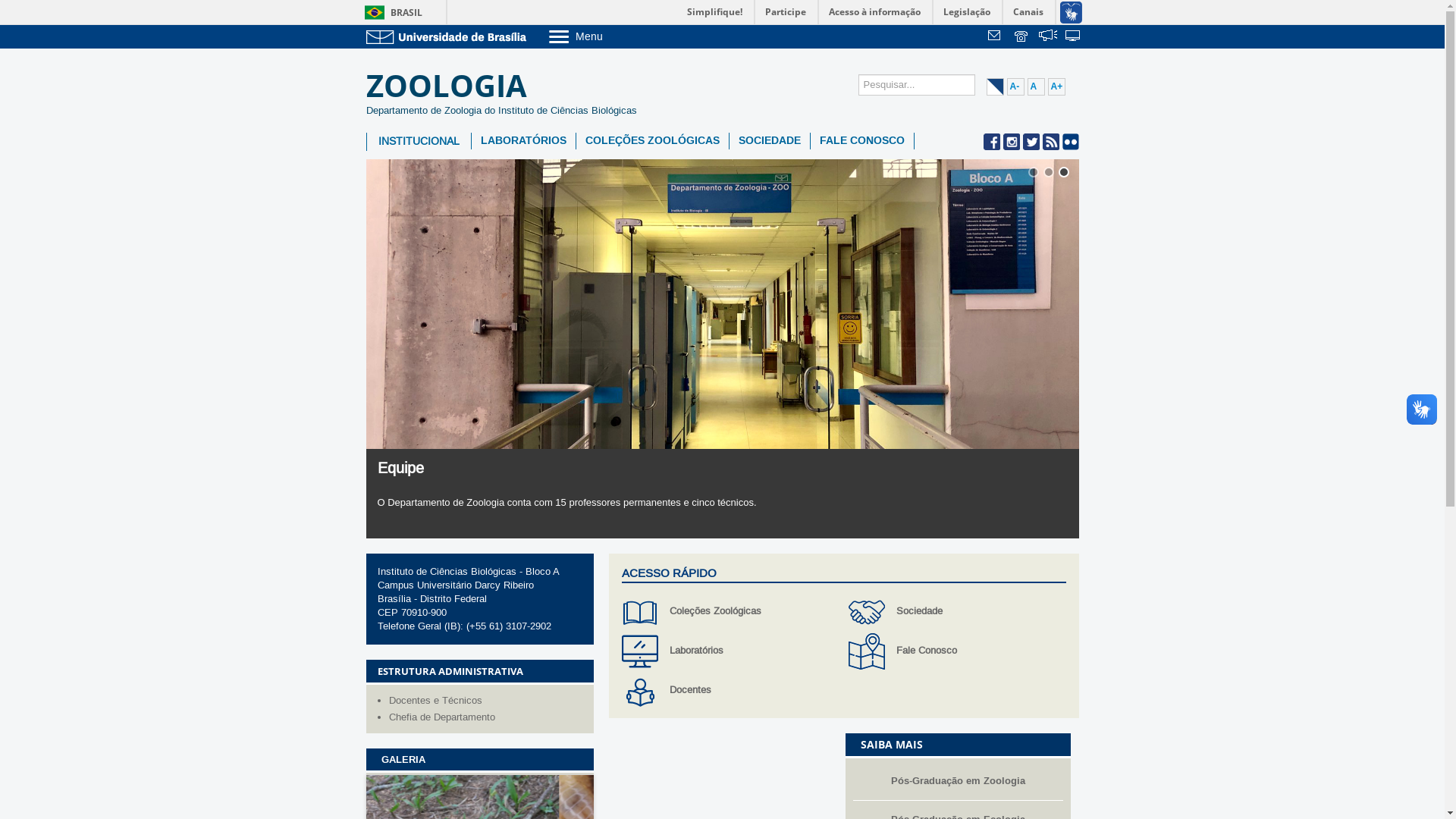 The width and height of the screenshot is (1456, 819). Describe the element at coordinates (996, 36) in the screenshot. I see `'Webmail'` at that location.